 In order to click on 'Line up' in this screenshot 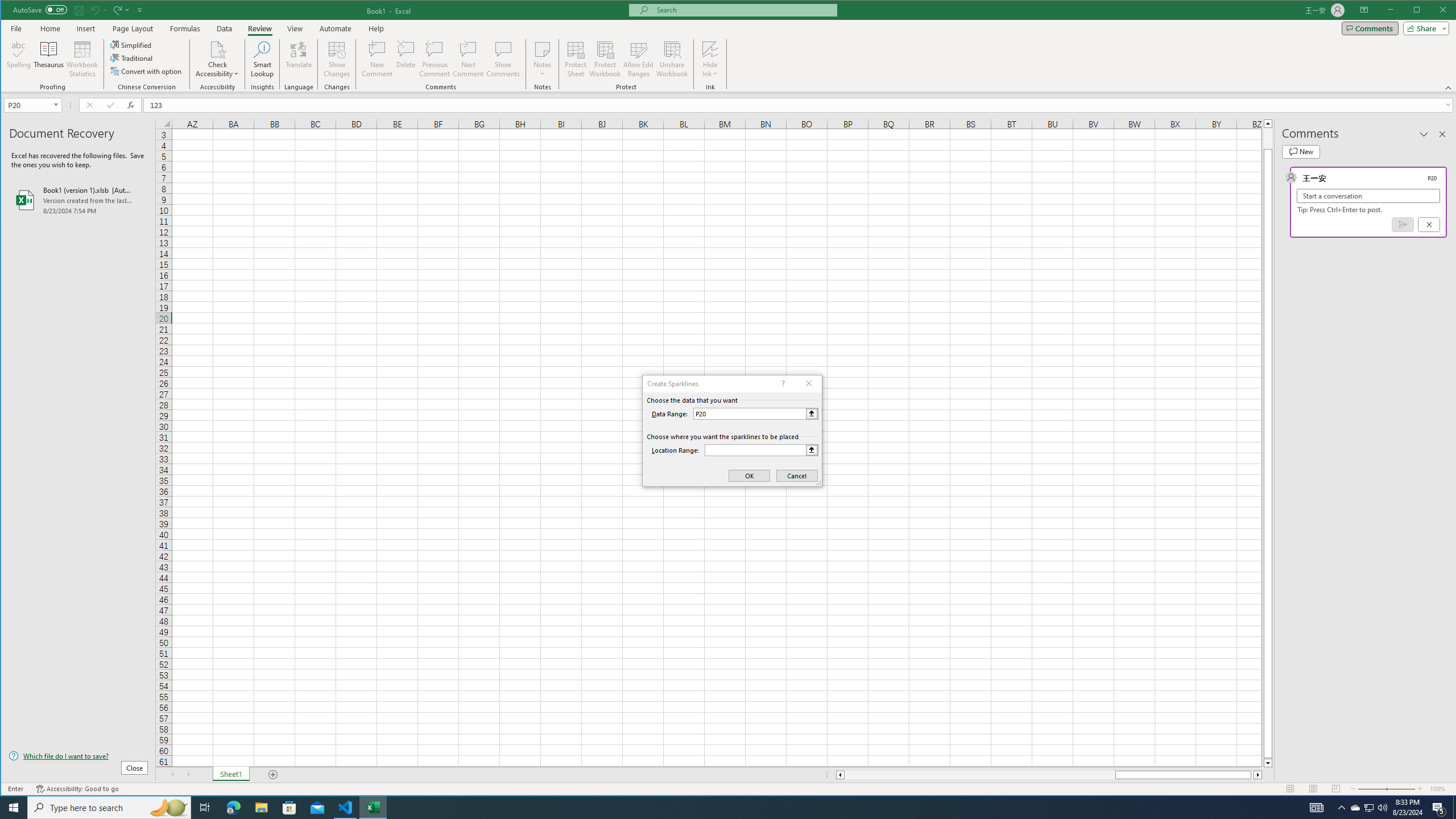, I will do `click(1268, 122)`.